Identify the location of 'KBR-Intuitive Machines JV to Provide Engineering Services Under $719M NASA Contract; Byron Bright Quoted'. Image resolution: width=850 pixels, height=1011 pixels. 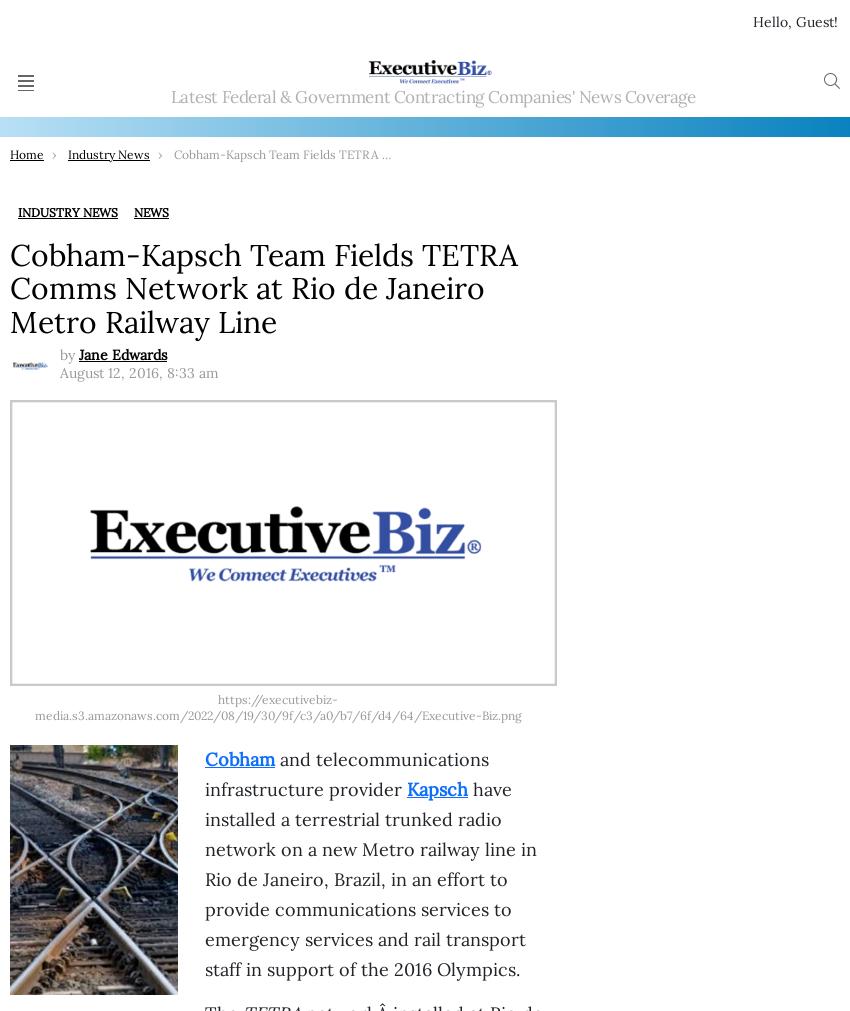
(423, 559).